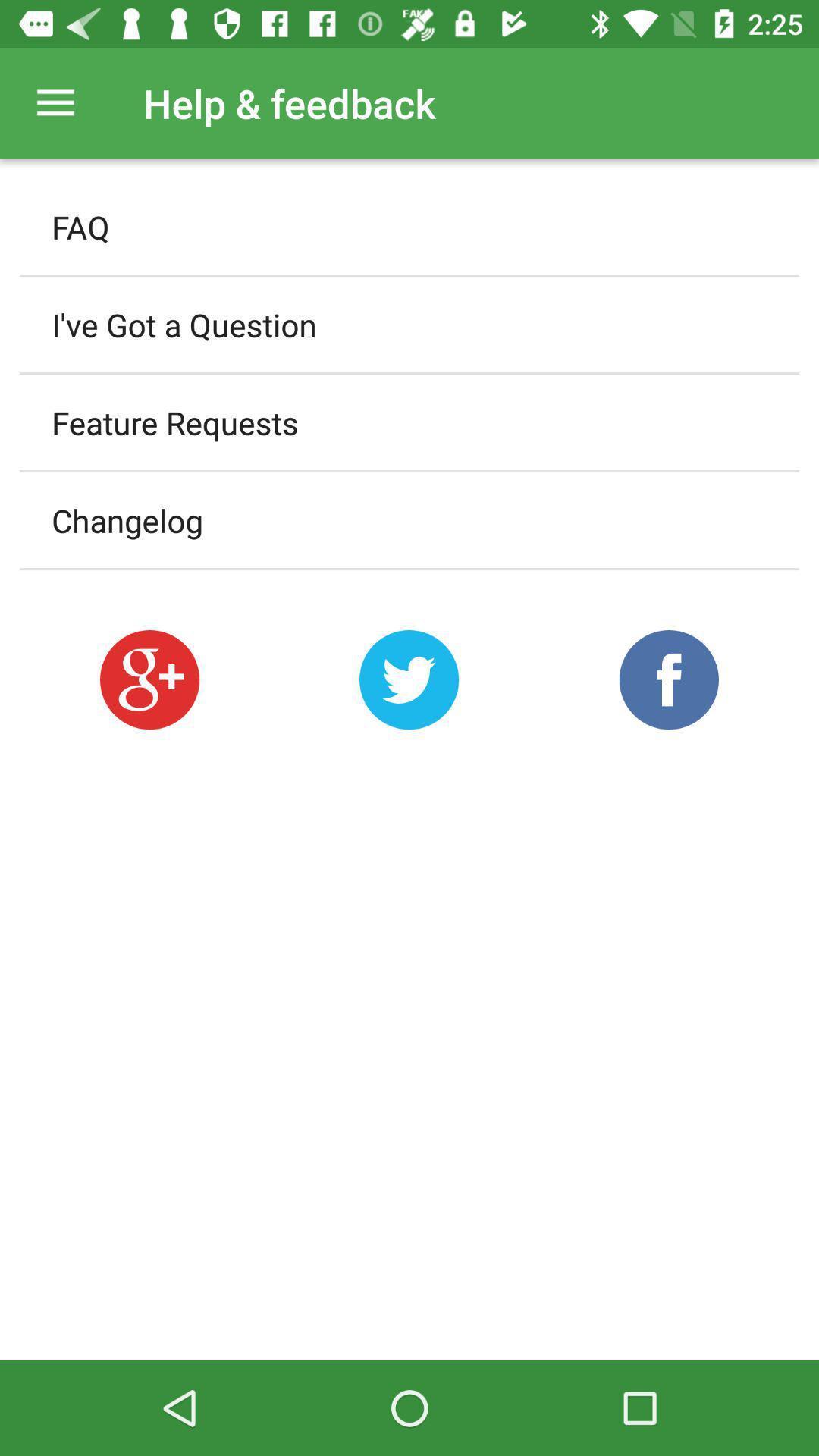 This screenshot has width=819, height=1456. What do you see at coordinates (408, 679) in the screenshot?
I see `share on twitter` at bounding box center [408, 679].